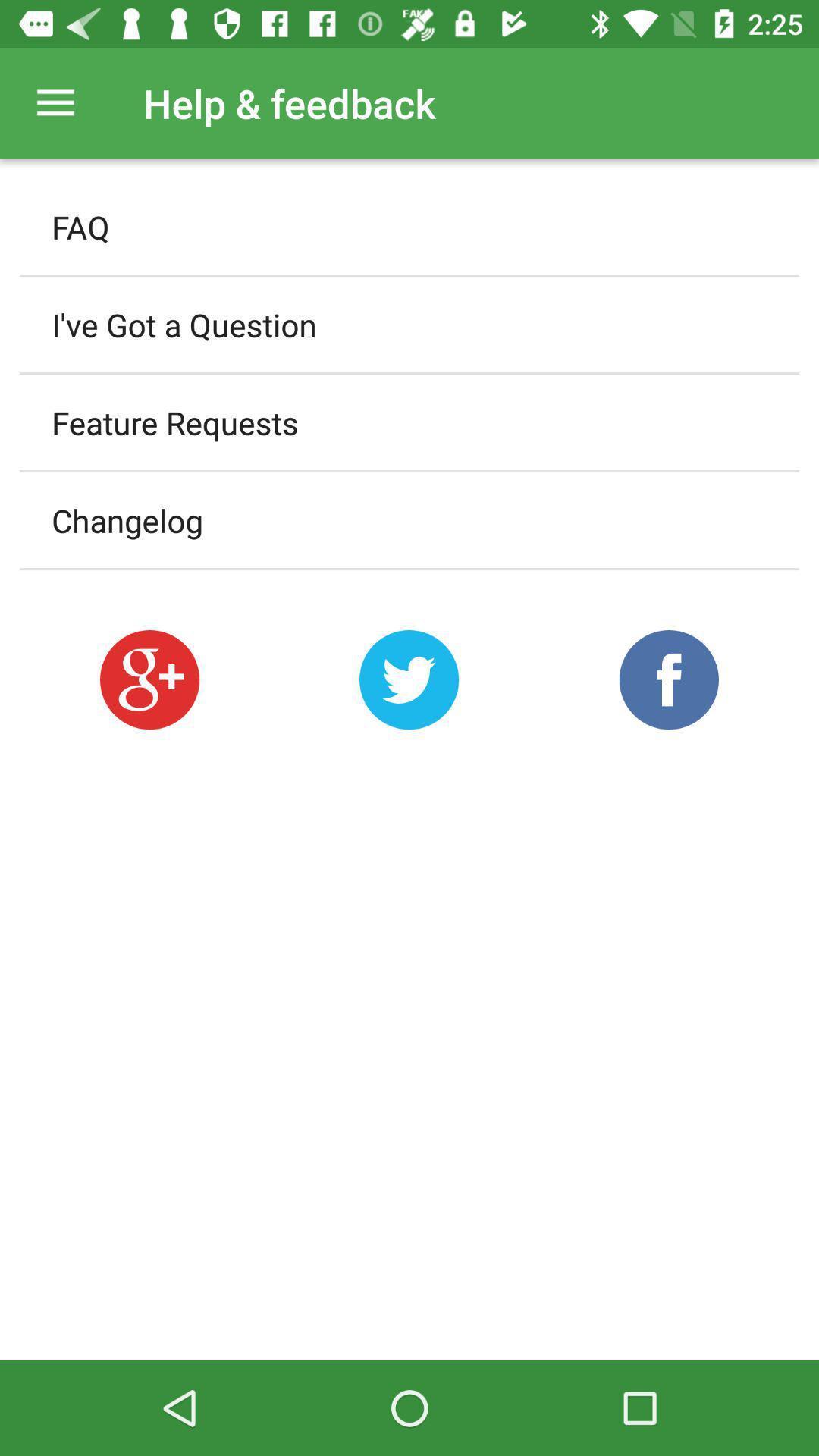 This screenshot has width=819, height=1456. What do you see at coordinates (408, 679) in the screenshot?
I see `share on twitter` at bounding box center [408, 679].